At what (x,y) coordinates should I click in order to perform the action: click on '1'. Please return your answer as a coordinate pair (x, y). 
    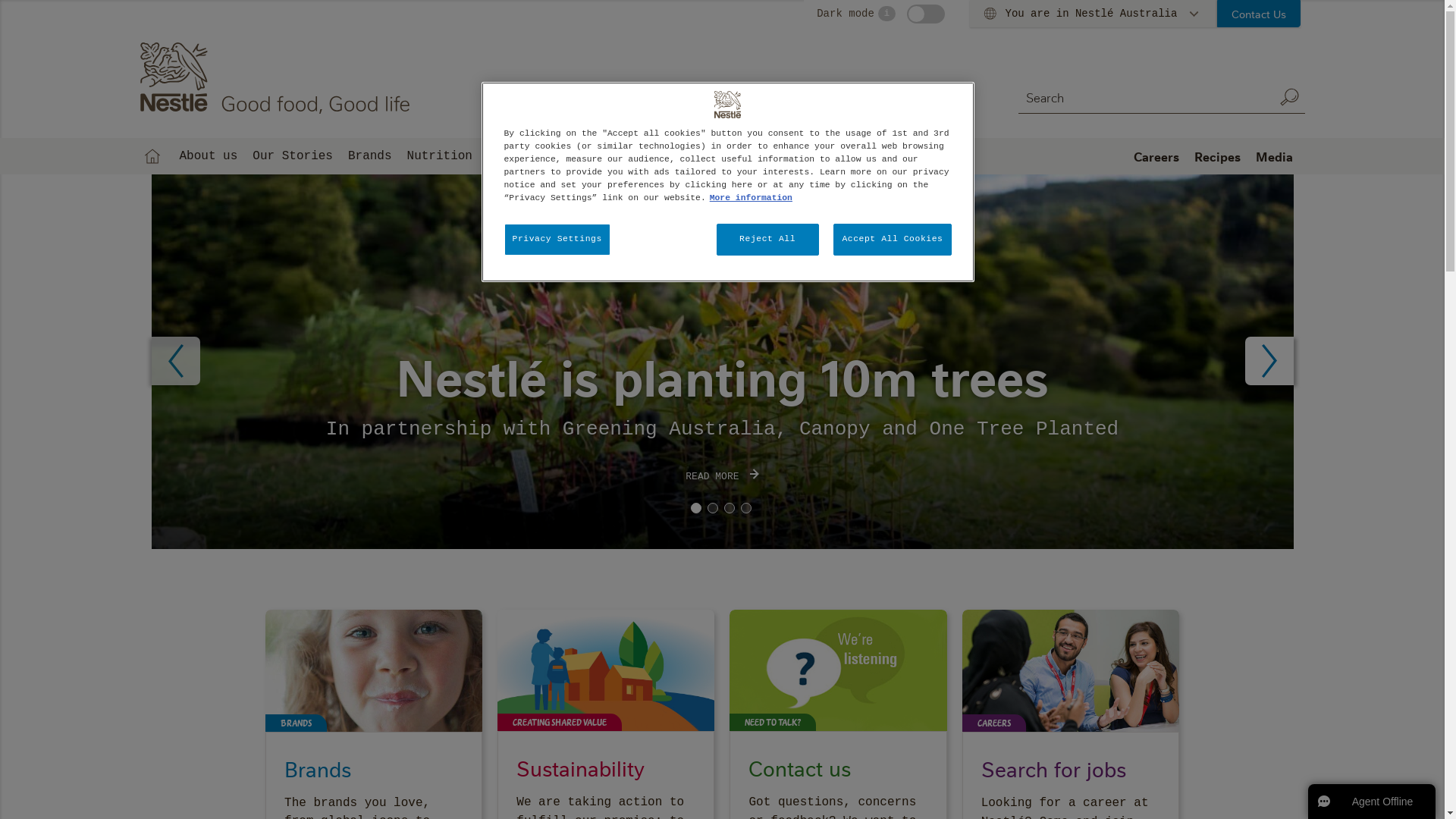
    Looking at the image, I should click on (694, 508).